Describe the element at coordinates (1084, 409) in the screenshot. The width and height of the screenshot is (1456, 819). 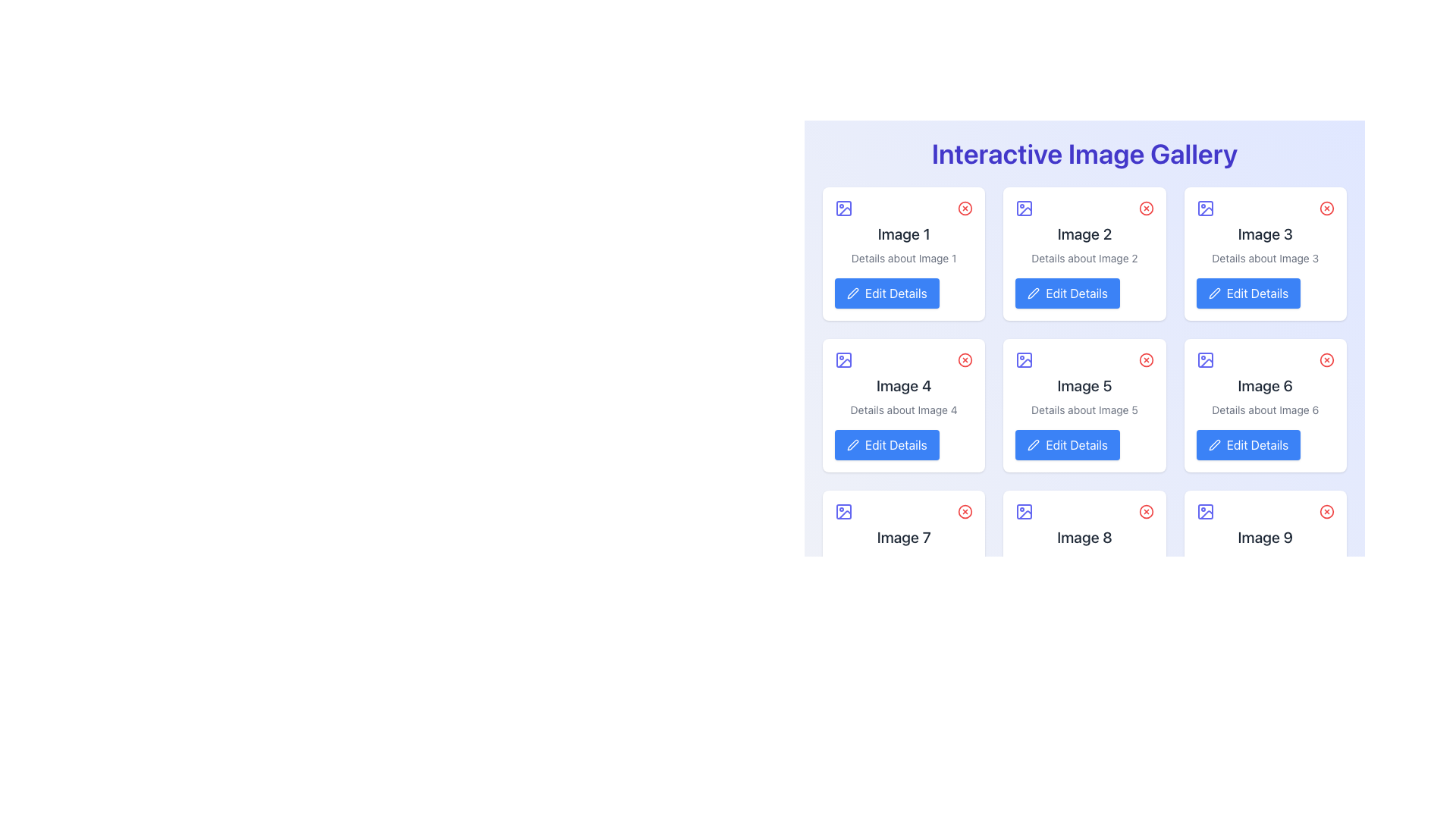
I see `the static text element displaying 'Details about Image 5', which is styled in gray and positioned below the title 'Image 5' and above the 'Edit Details' button` at that location.